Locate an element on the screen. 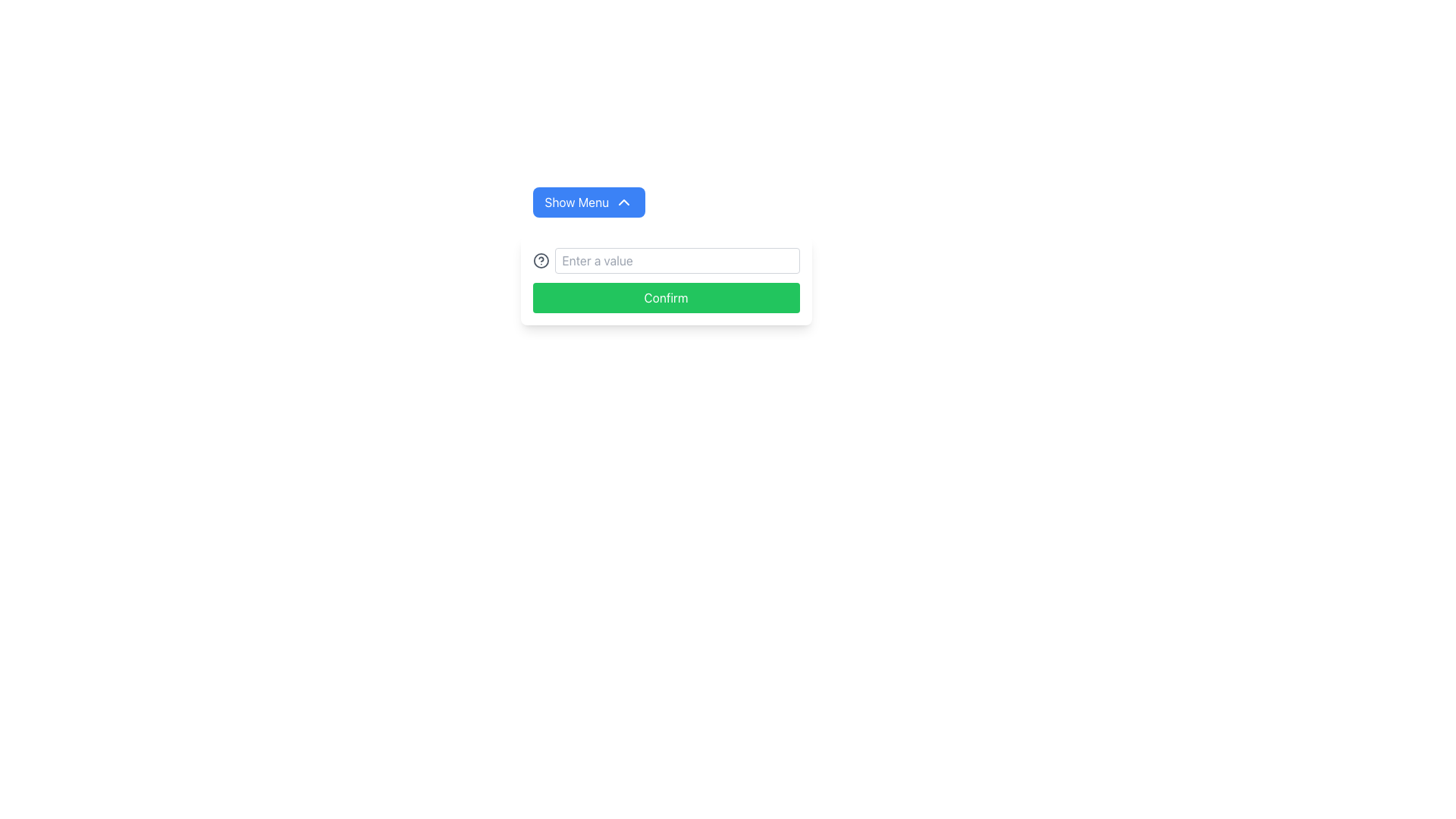 Image resolution: width=1456 pixels, height=819 pixels. the downward-pointing chevron icon located at the far right end of the 'Show Menu' button is located at coordinates (624, 201).